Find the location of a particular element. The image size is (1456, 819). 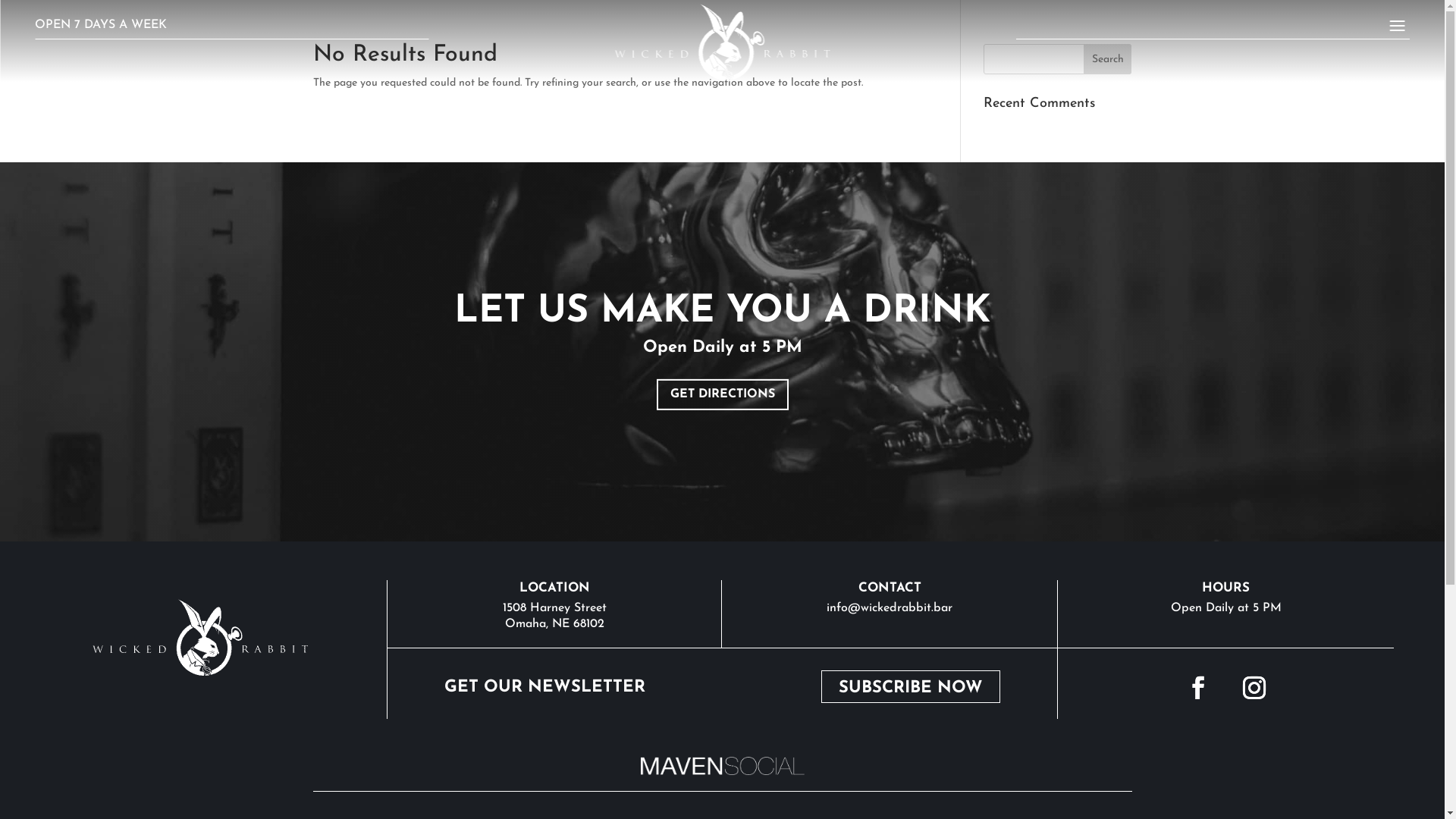

'Follow on Facebook' is located at coordinates (1175, 687).